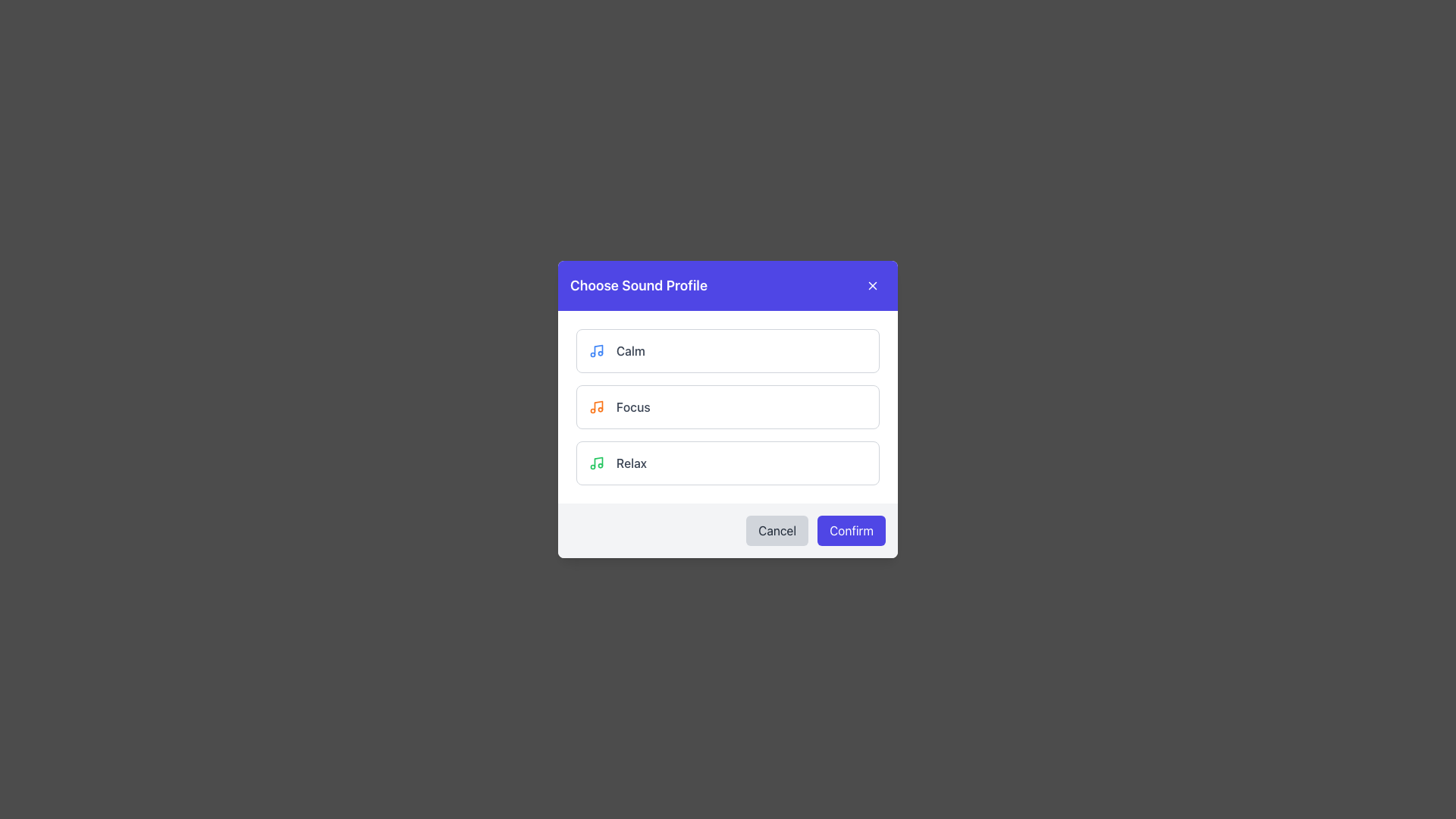 The image size is (1456, 819). Describe the element at coordinates (728, 462) in the screenshot. I see `the 'Relax' button in the sound profile selection modal` at that location.